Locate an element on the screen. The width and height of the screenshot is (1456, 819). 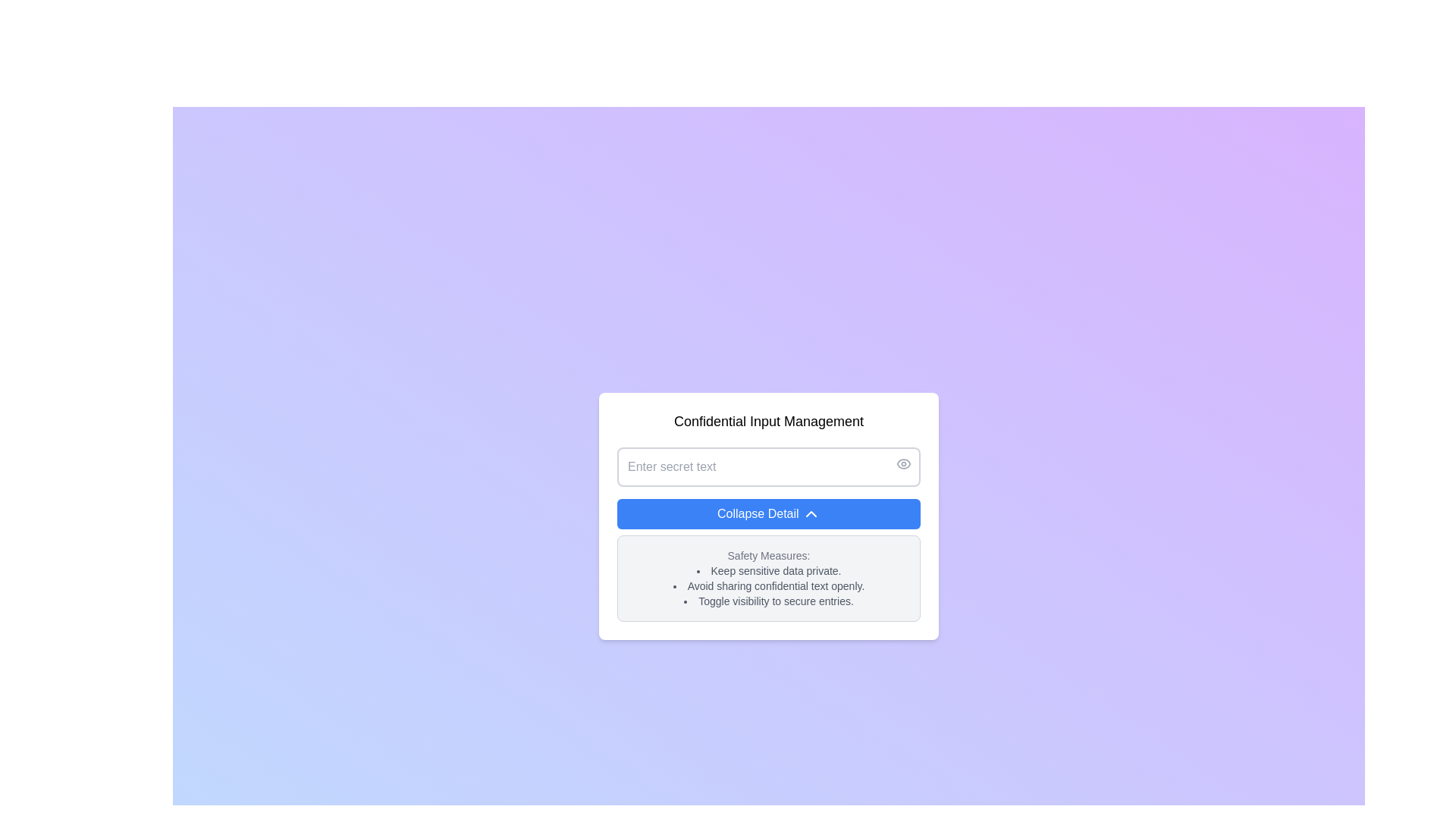
the 'Collapse Detail' button, which is a horizontal button with a blue background and white text, positioned within a card interface below a text input field is located at coordinates (768, 513).